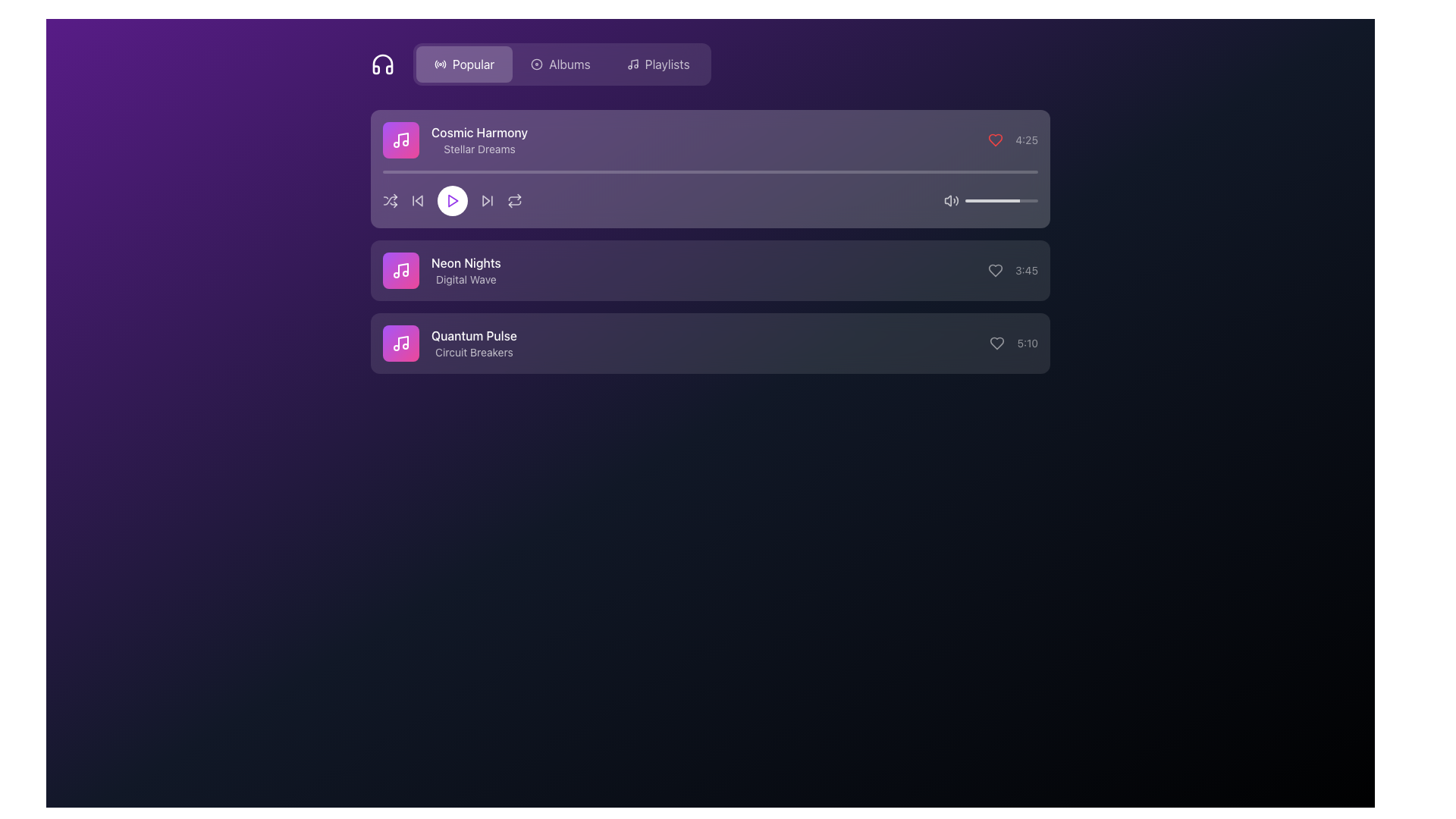 Image resolution: width=1456 pixels, height=819 pixels. I want to click on the 'Popular' button, which is a rectangular button with rounded corners, featuring a semi-transparent white background and white text, located in the top horizontal menu bar, so click(463, 63).